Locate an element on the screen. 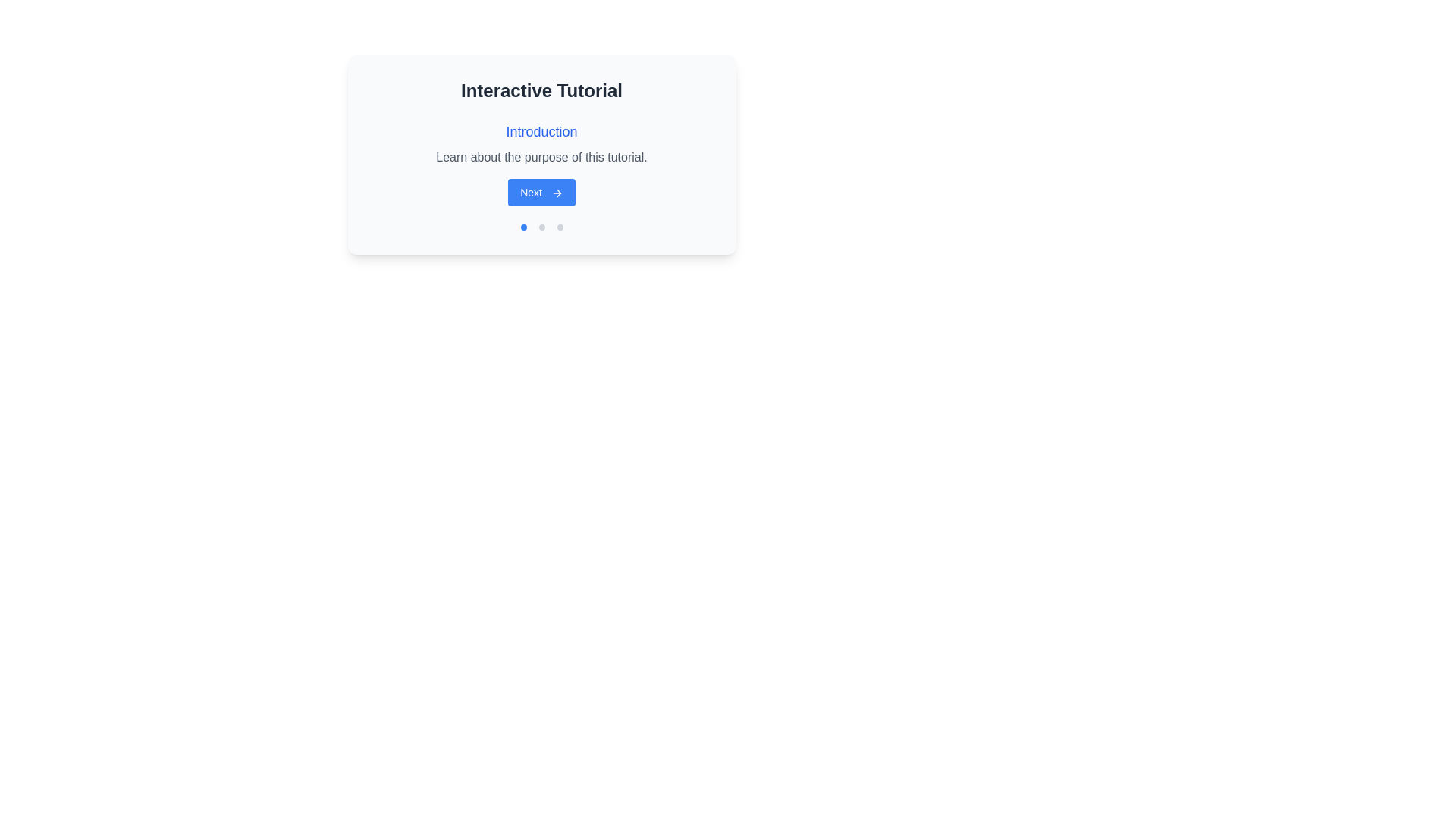  the statically styled text label that provides a brief explanation or introduction to the tutorial's purpose, located directly below the 'Introduction' text element is located at coordinates (541, 158).